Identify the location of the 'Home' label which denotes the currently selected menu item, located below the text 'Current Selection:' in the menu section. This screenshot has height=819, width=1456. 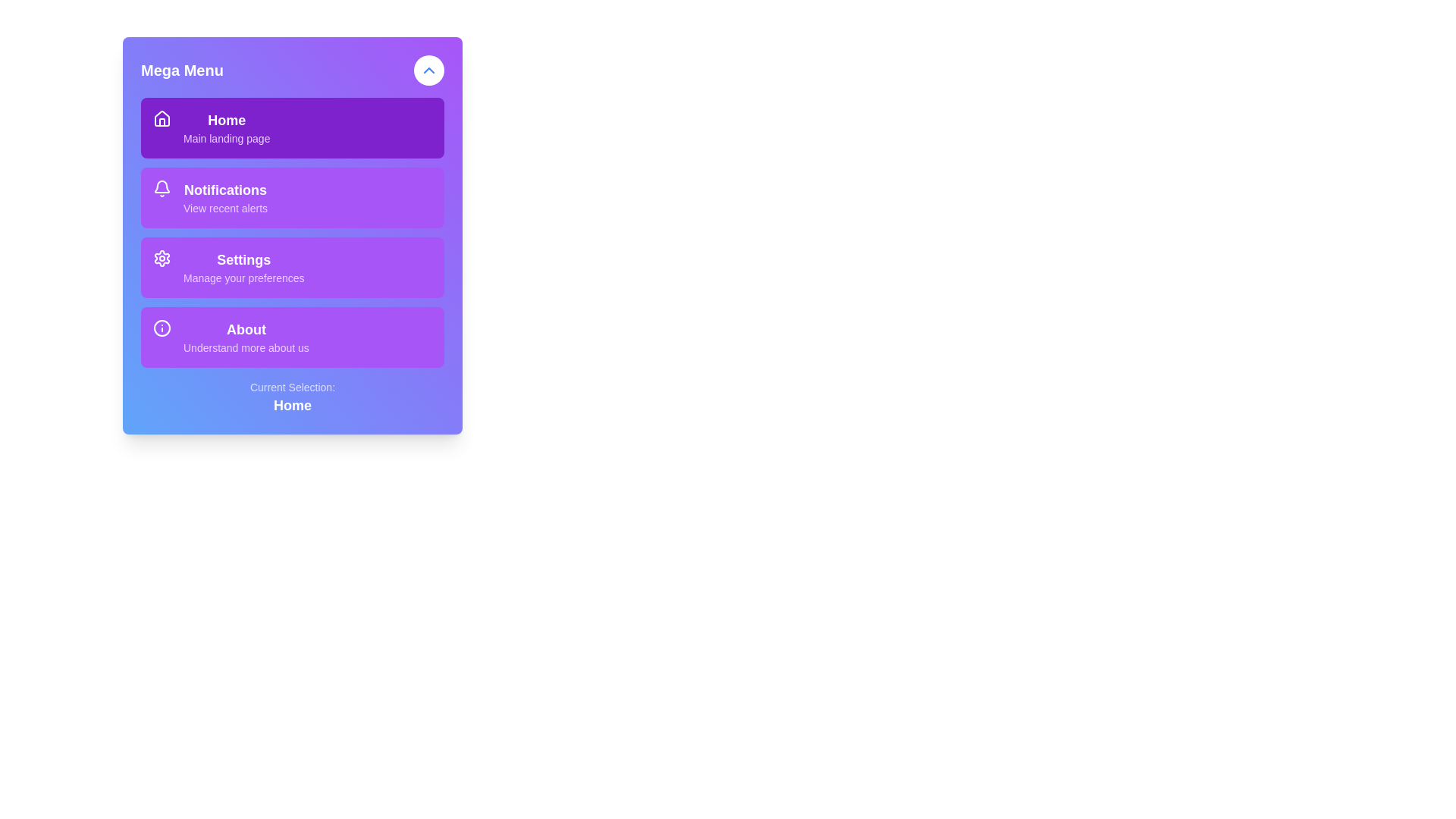
(292, 405).